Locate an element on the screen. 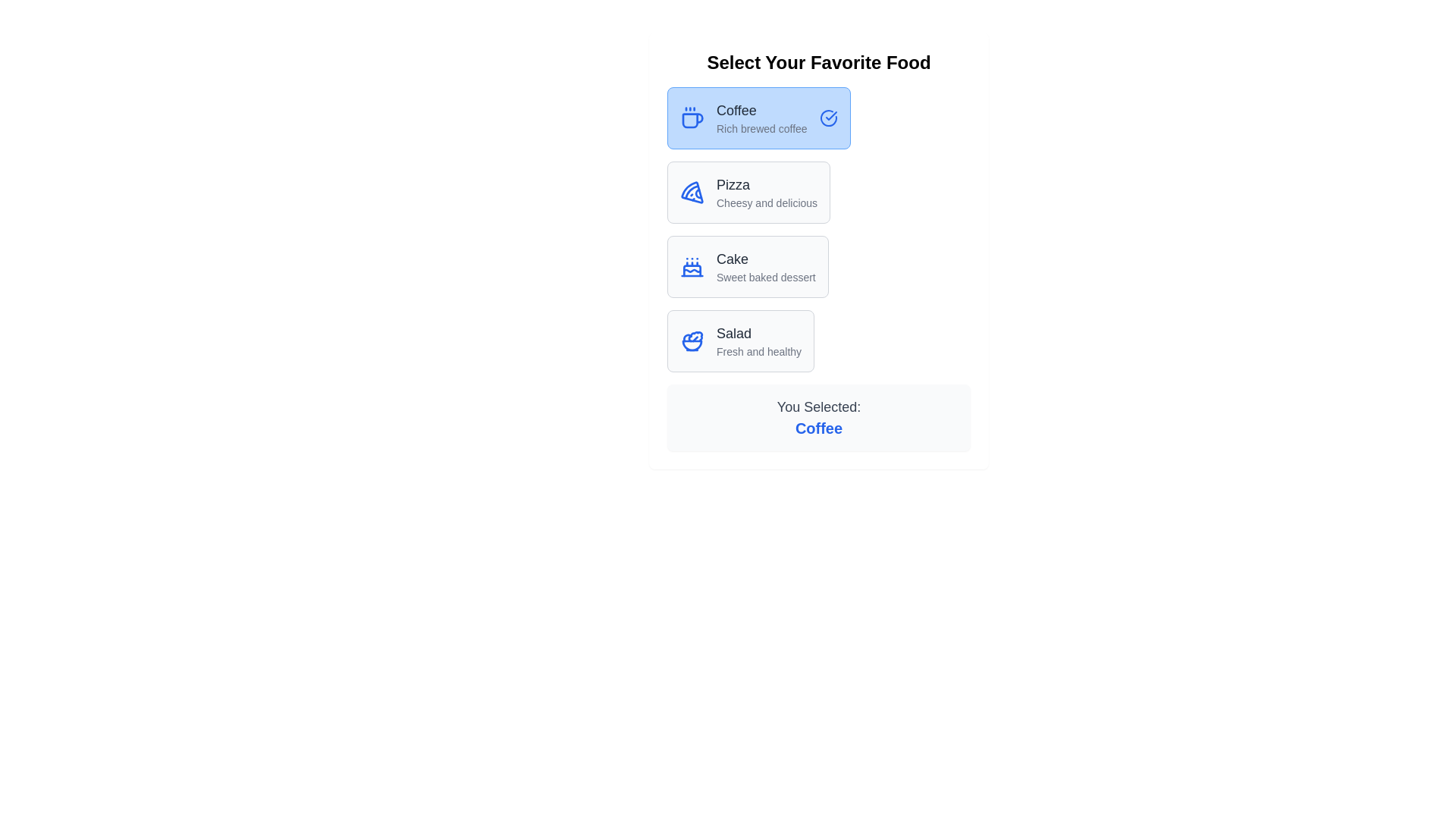  to select the 'Coffee' option from the menu, which is the first item in the list of selectable food items directly below the title 'Select Your Favorite Food' is located at coordinates (761, 117).